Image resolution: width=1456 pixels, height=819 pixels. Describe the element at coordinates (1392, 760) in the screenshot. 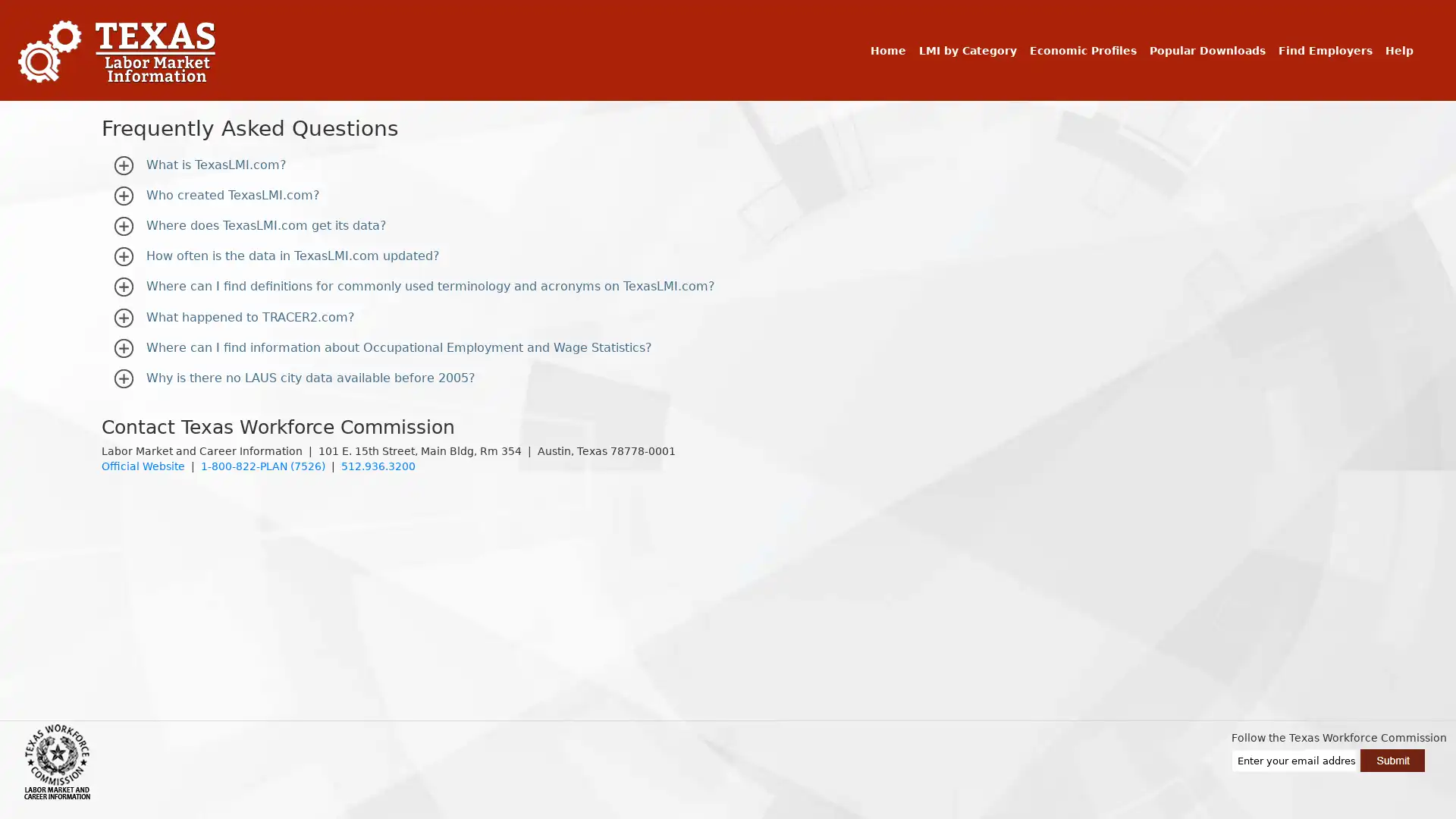

I see `Submit` at that location.